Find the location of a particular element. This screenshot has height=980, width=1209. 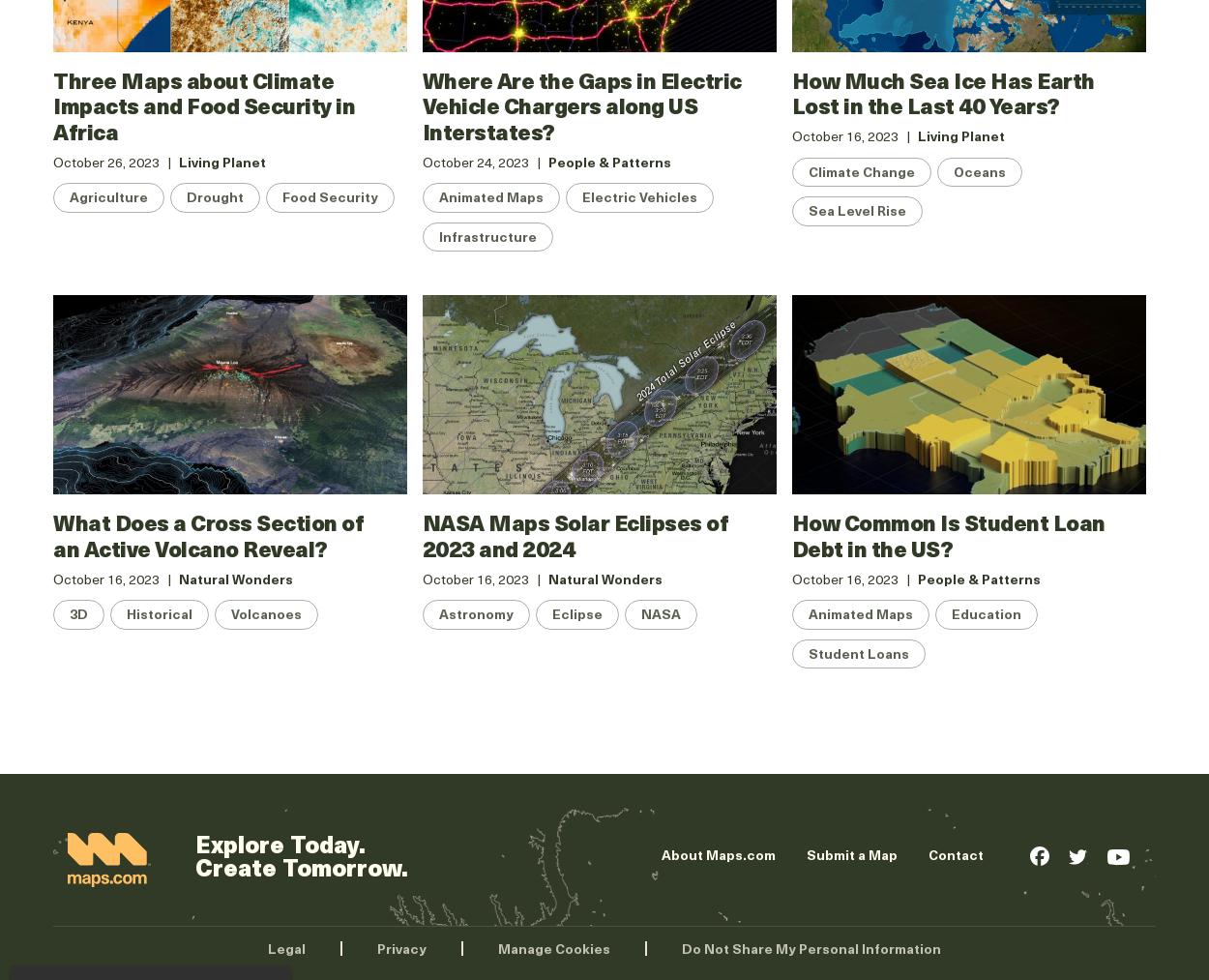

'3D' is located at coordinates (77, 612).